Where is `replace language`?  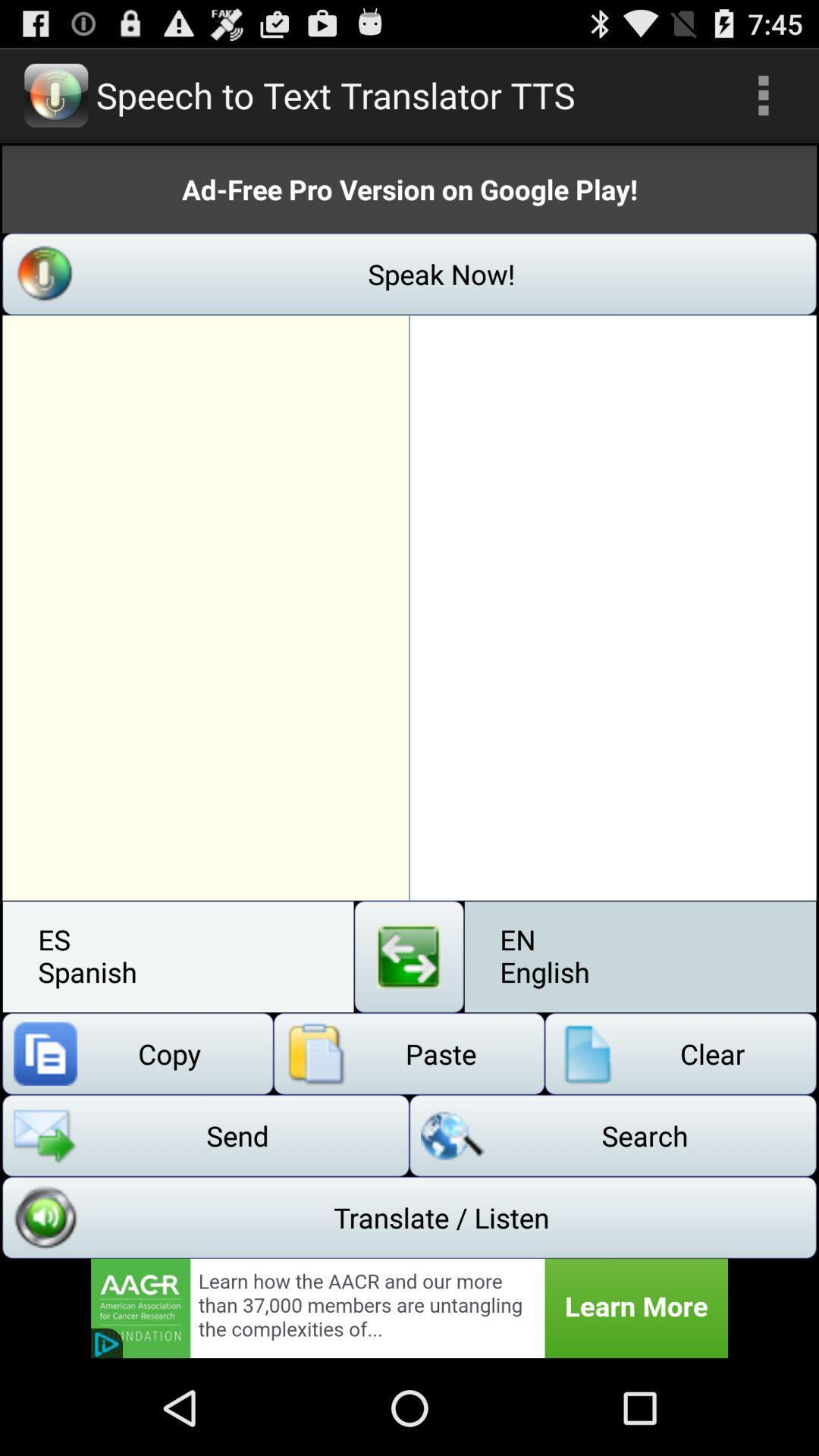 replace language is located at coordinates (408, 955).